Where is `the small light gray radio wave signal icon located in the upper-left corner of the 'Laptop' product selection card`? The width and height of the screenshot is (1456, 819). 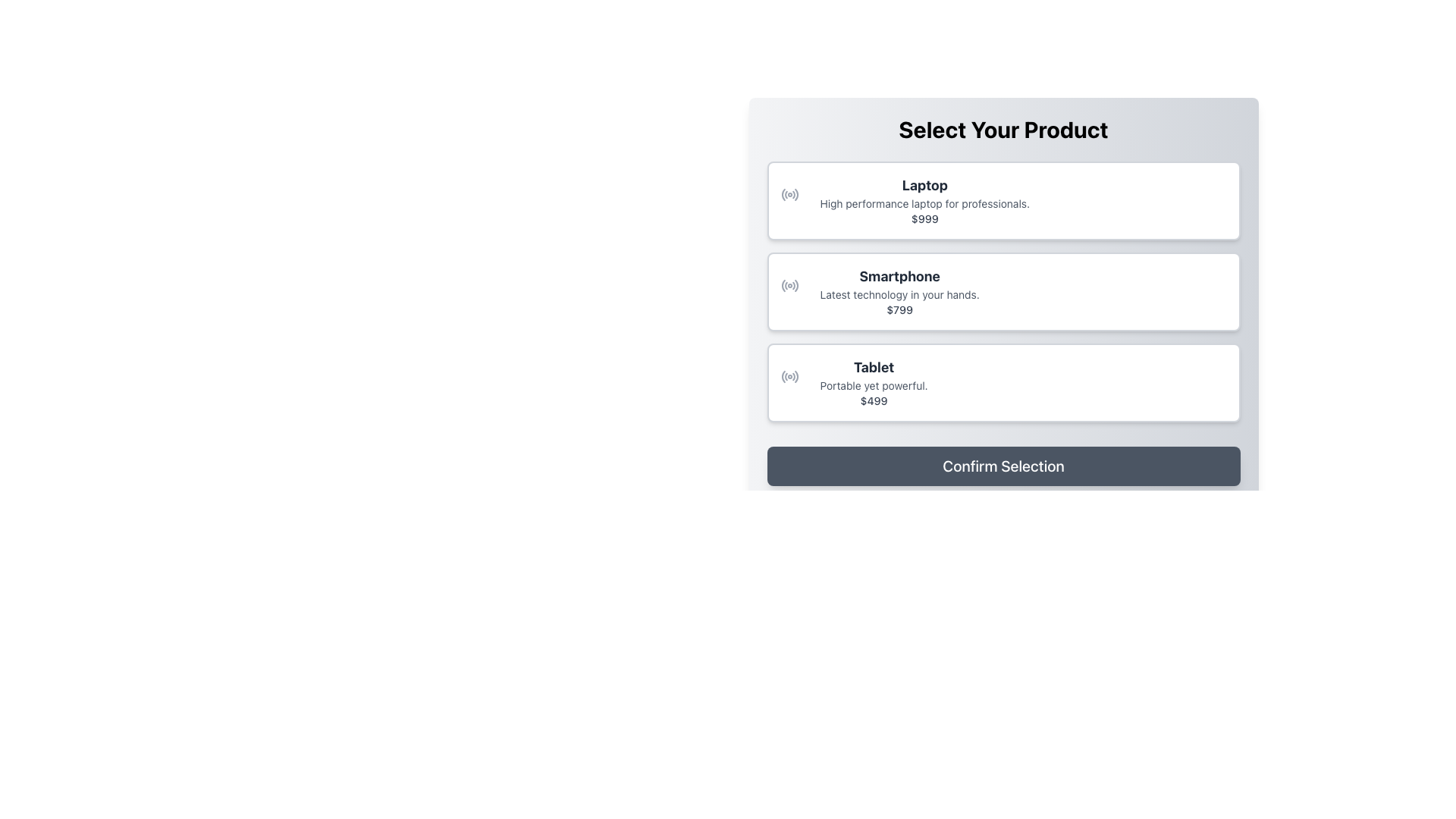
the small light gray radio wave signal icon located in the upper-left corner of the 'Laptop' product selection card is located at coordinates (795, 200).